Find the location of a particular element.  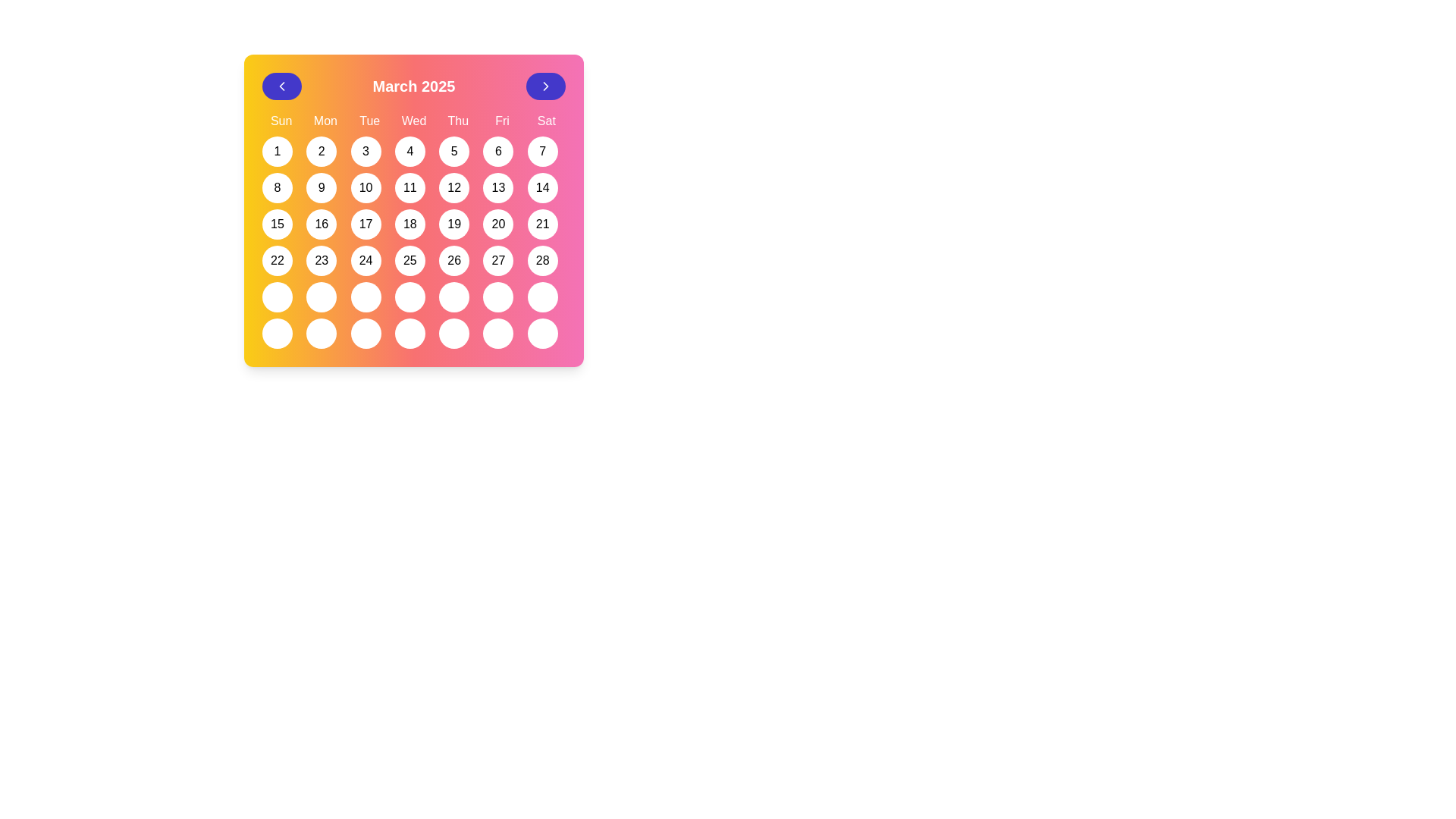

the right-facing chevron arrow icon within the blue circular navigation button located at the top right corner of the interface, adjacent to the calendar header text 'March 2025' is located at coordinates (546, 86).